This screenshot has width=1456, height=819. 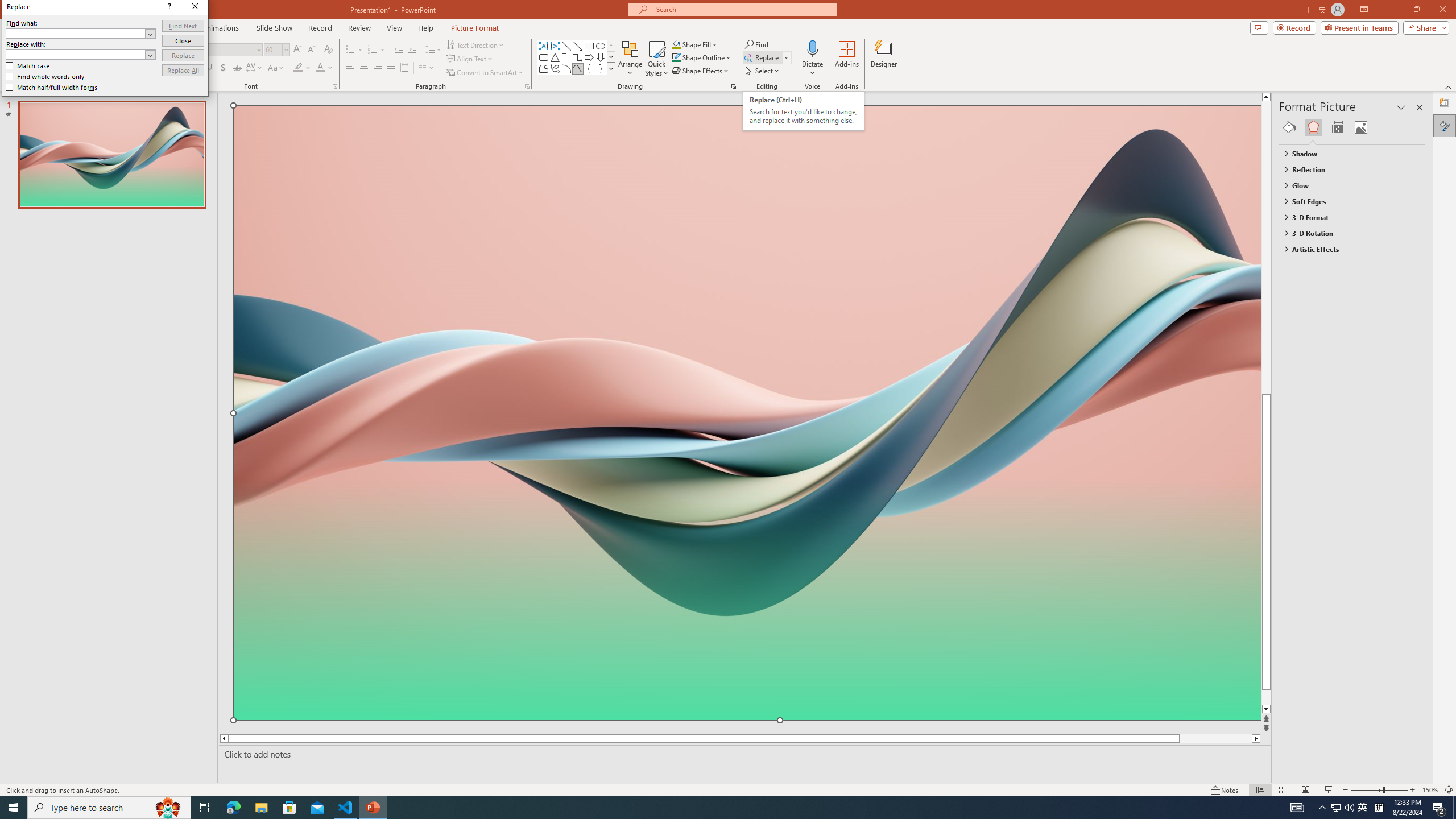 I want to click on 'Reading View', so click(x=1305, y=790).